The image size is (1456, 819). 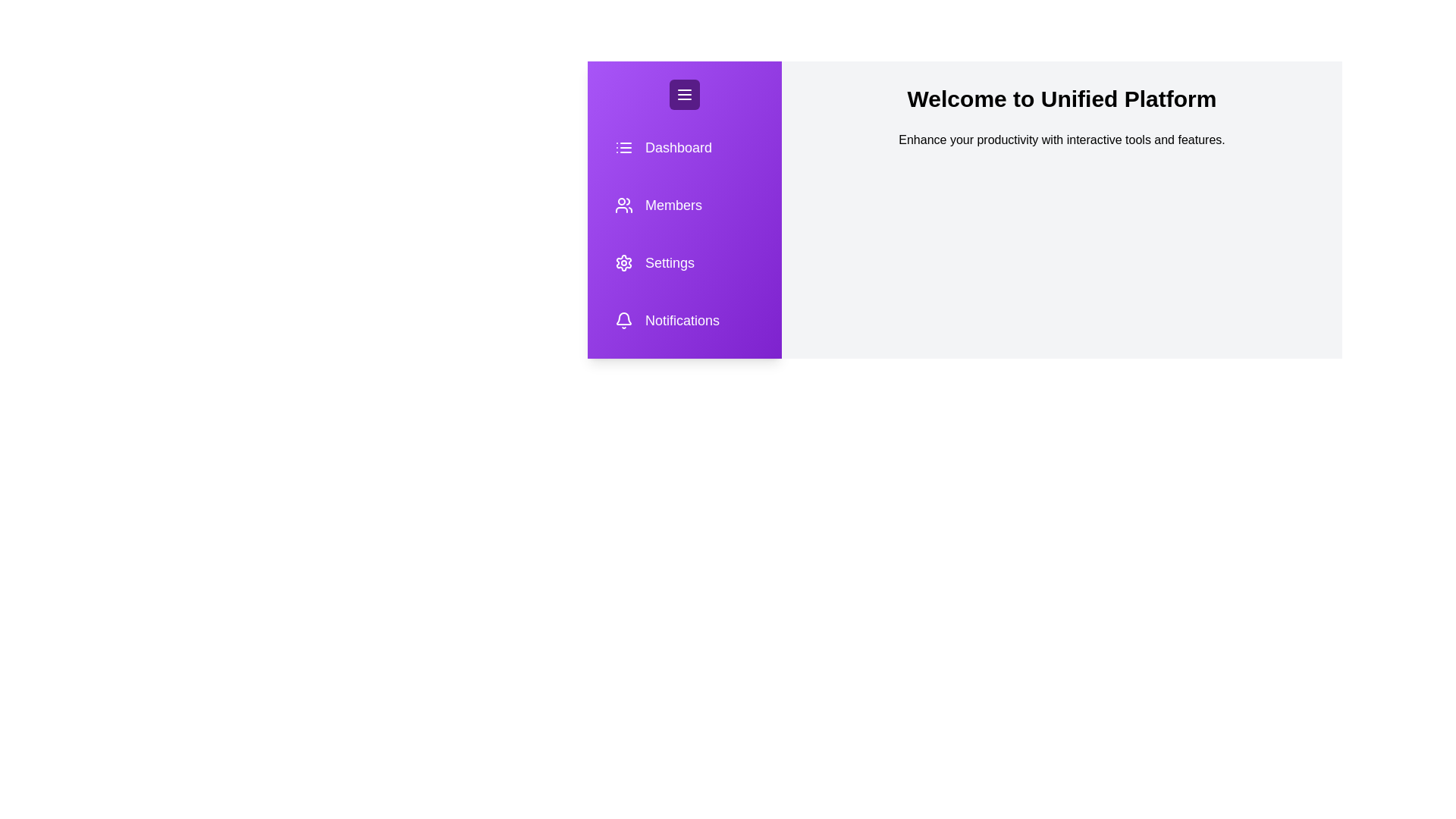 What do you see at coordinates (683, 205) in the screenshot?
I see `the Members icon in the sidebar to navigate to the corresponding section` at bounding box center [683, 205].